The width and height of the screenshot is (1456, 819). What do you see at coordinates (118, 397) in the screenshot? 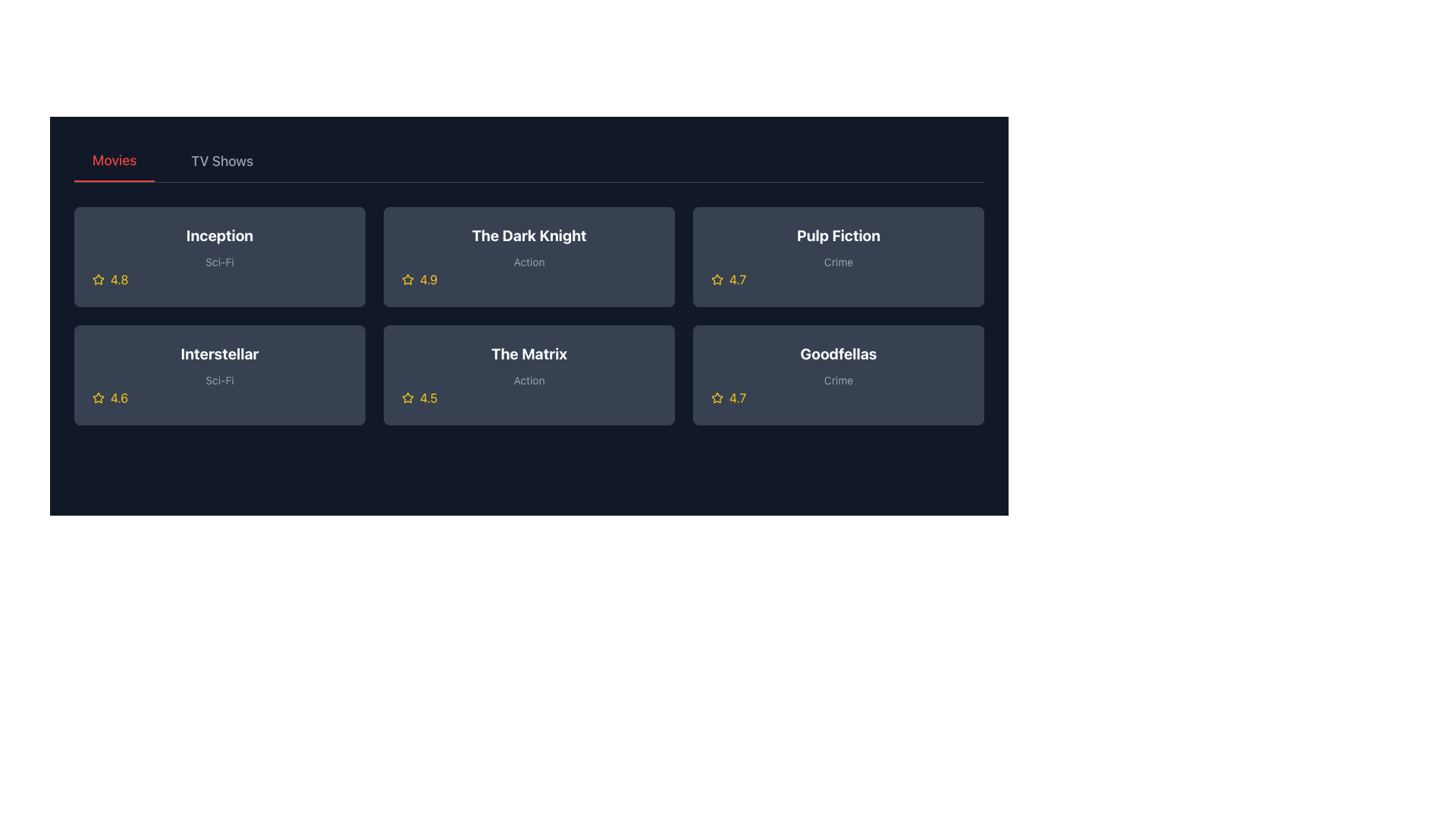
I see `rating value displayed as a numeric text '4.6' in yellow font, located in the bottom-left corner of the 'Interstellar' movie card next to the star icon` at bounding box center [118, 397].